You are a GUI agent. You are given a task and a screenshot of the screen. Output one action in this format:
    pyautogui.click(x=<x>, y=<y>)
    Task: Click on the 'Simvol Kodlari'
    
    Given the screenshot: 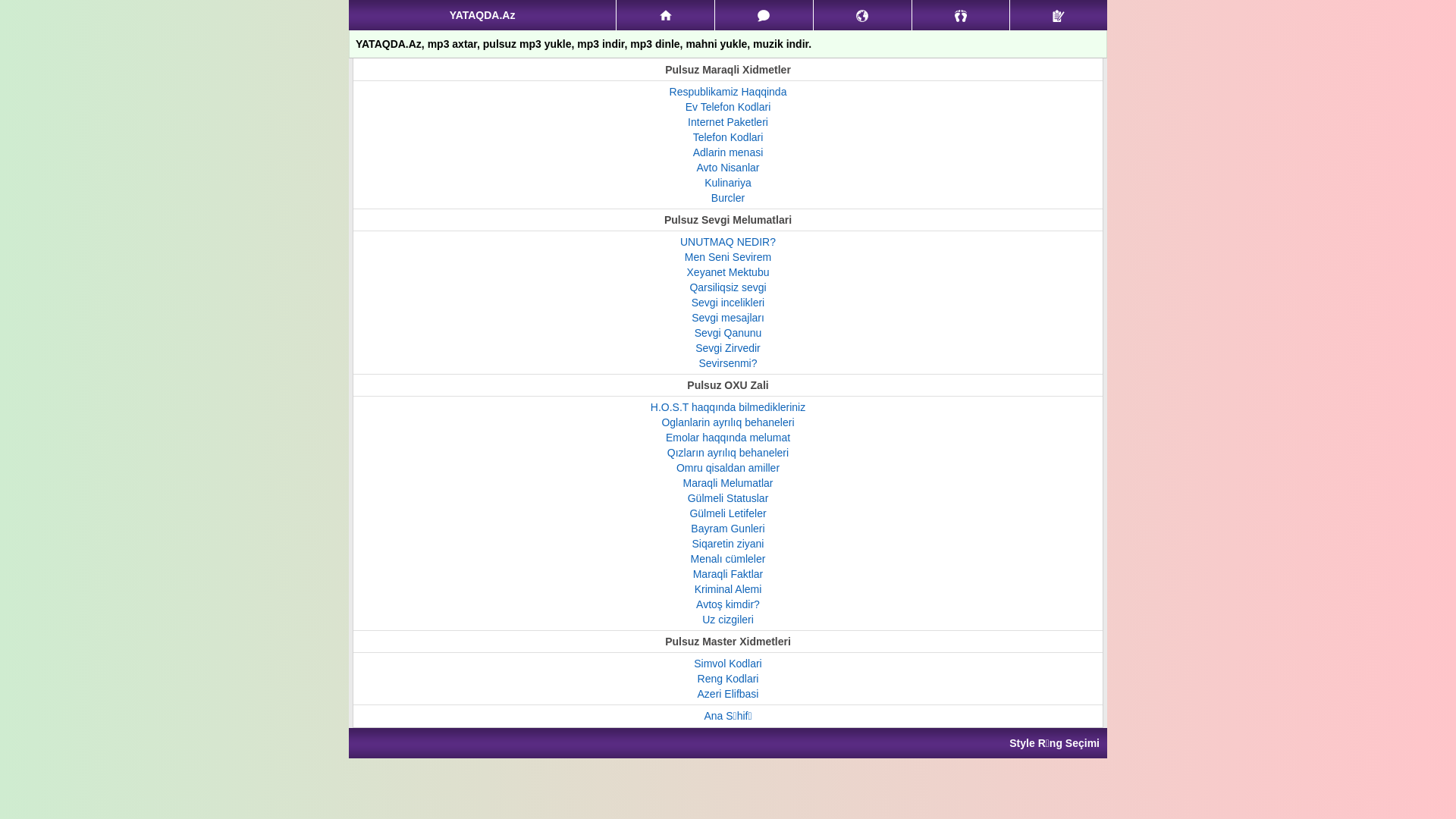 What is the action you would take?
    pyautogui.click(x=726, y=663)
    